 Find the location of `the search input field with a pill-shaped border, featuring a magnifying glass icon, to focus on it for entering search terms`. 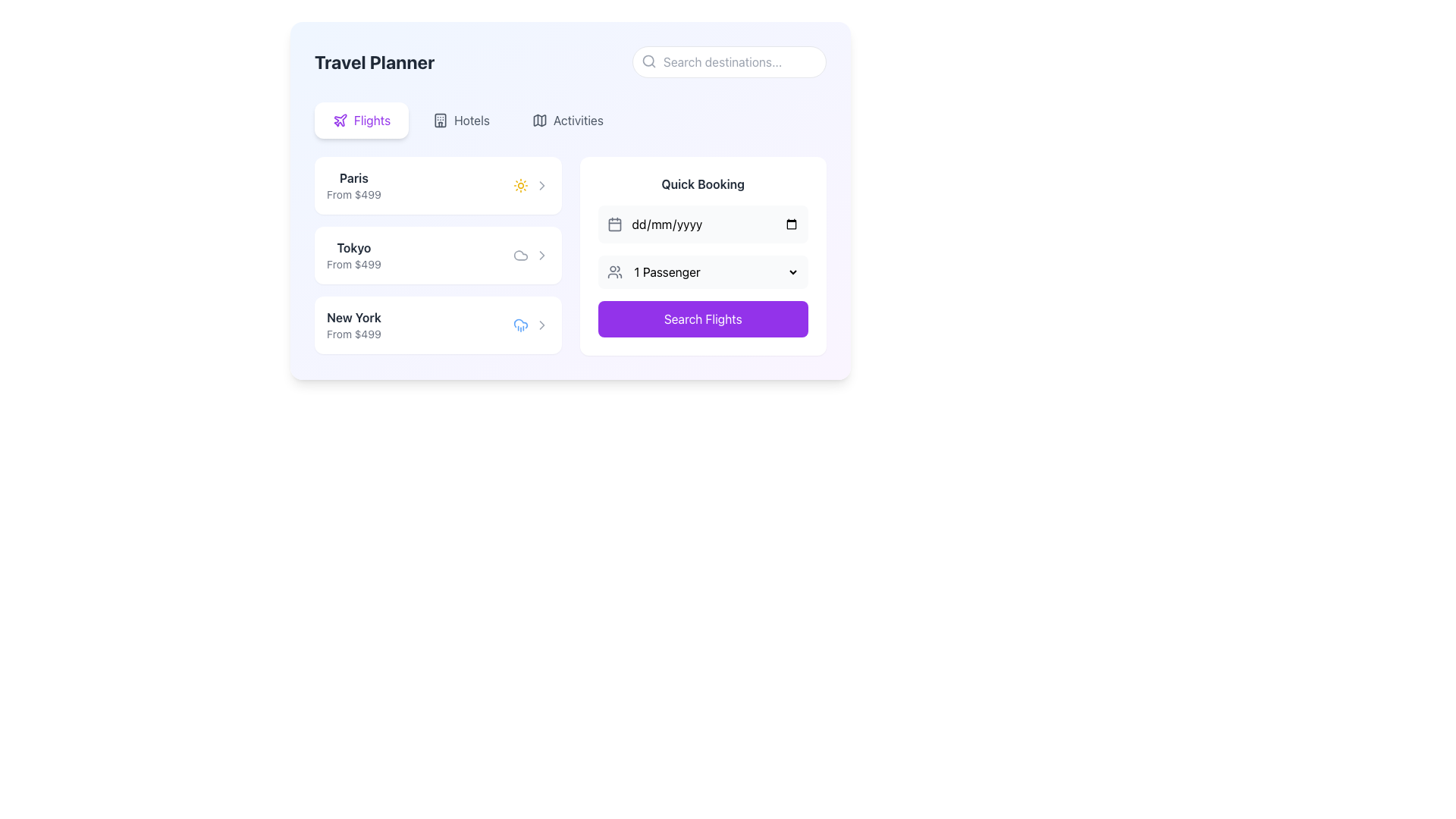

the search input field with a pill-shaped border, featuring a magnifying glass icon, to focus on it for entering search terms is located at coordinates (729, 61).